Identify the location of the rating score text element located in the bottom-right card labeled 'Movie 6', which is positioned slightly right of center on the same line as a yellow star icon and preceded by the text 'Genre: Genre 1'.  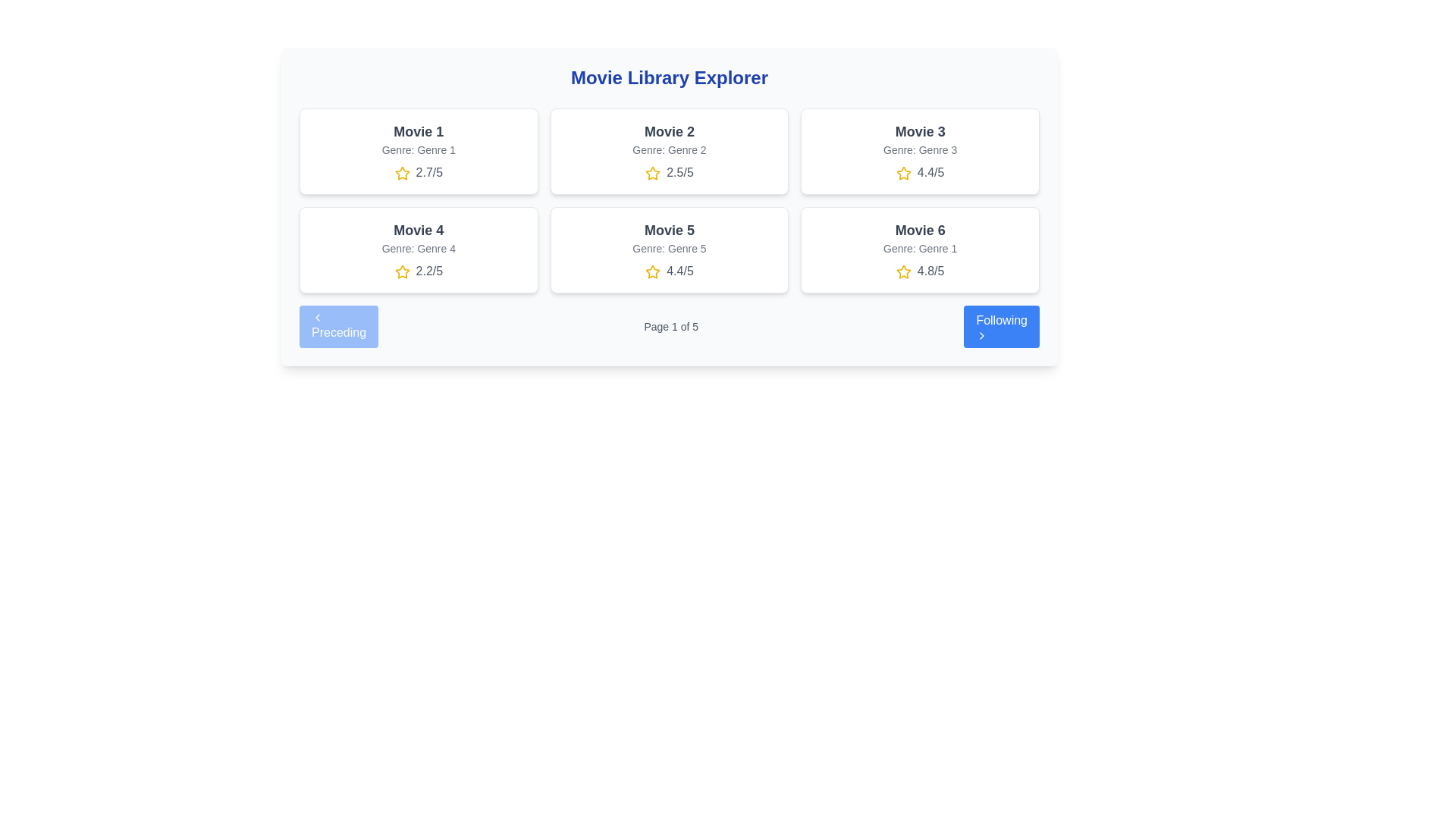
(919, 271).